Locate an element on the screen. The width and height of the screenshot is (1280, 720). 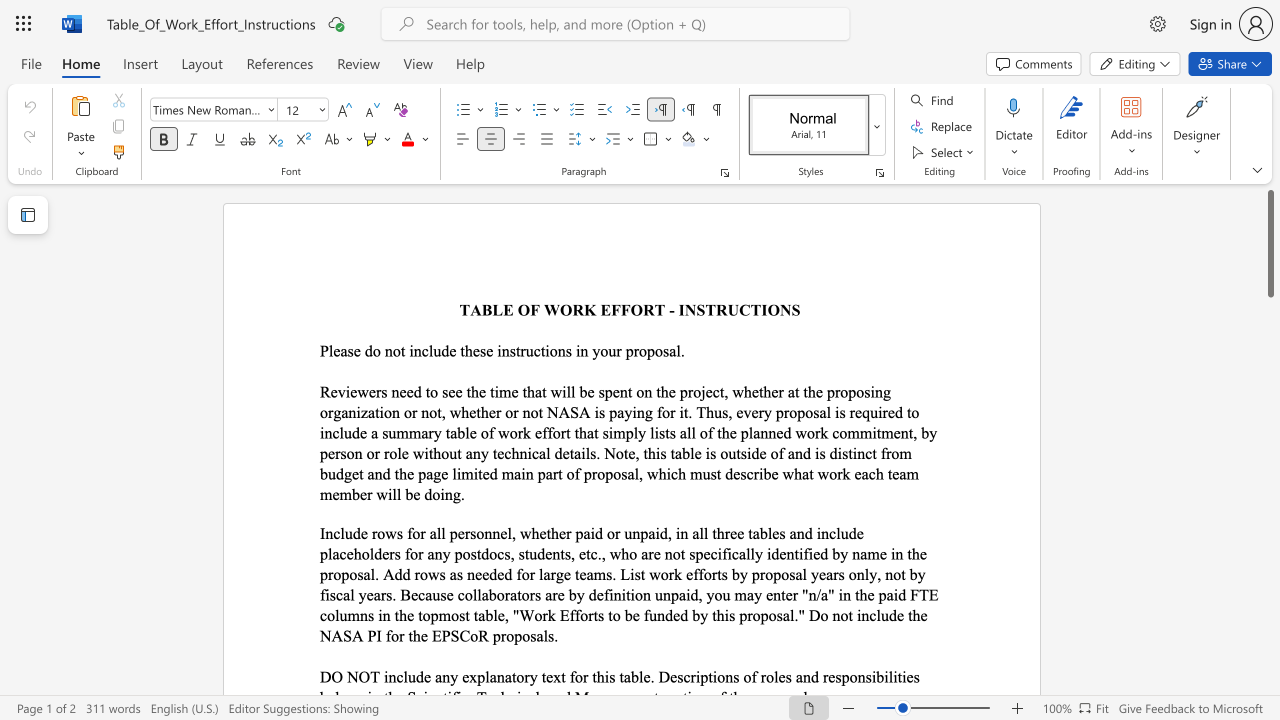
the scrollbar to slide the page down is located at coordinates (1269, 470).